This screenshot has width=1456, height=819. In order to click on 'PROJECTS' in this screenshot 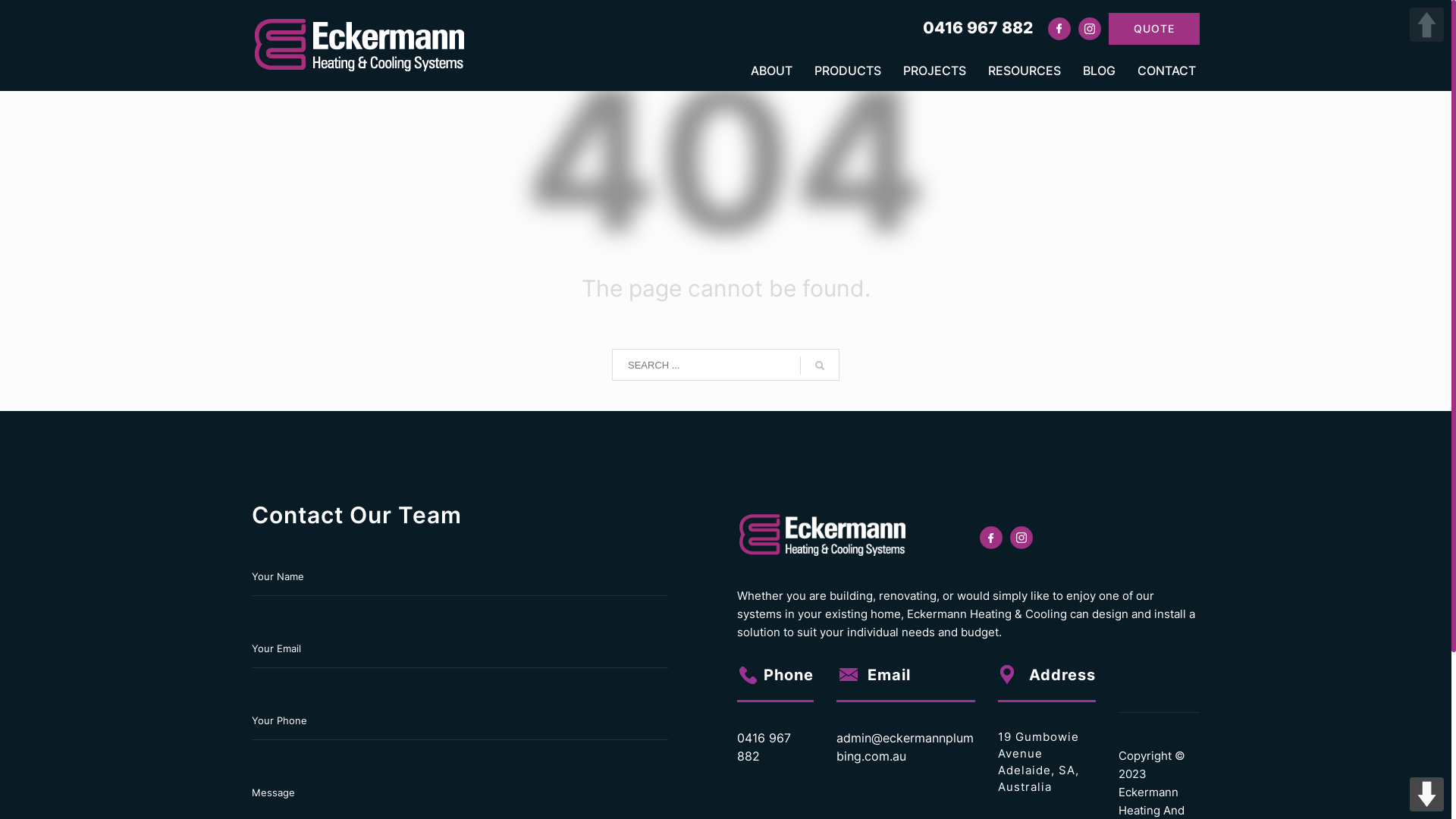, I will do `click(934, 70)`.